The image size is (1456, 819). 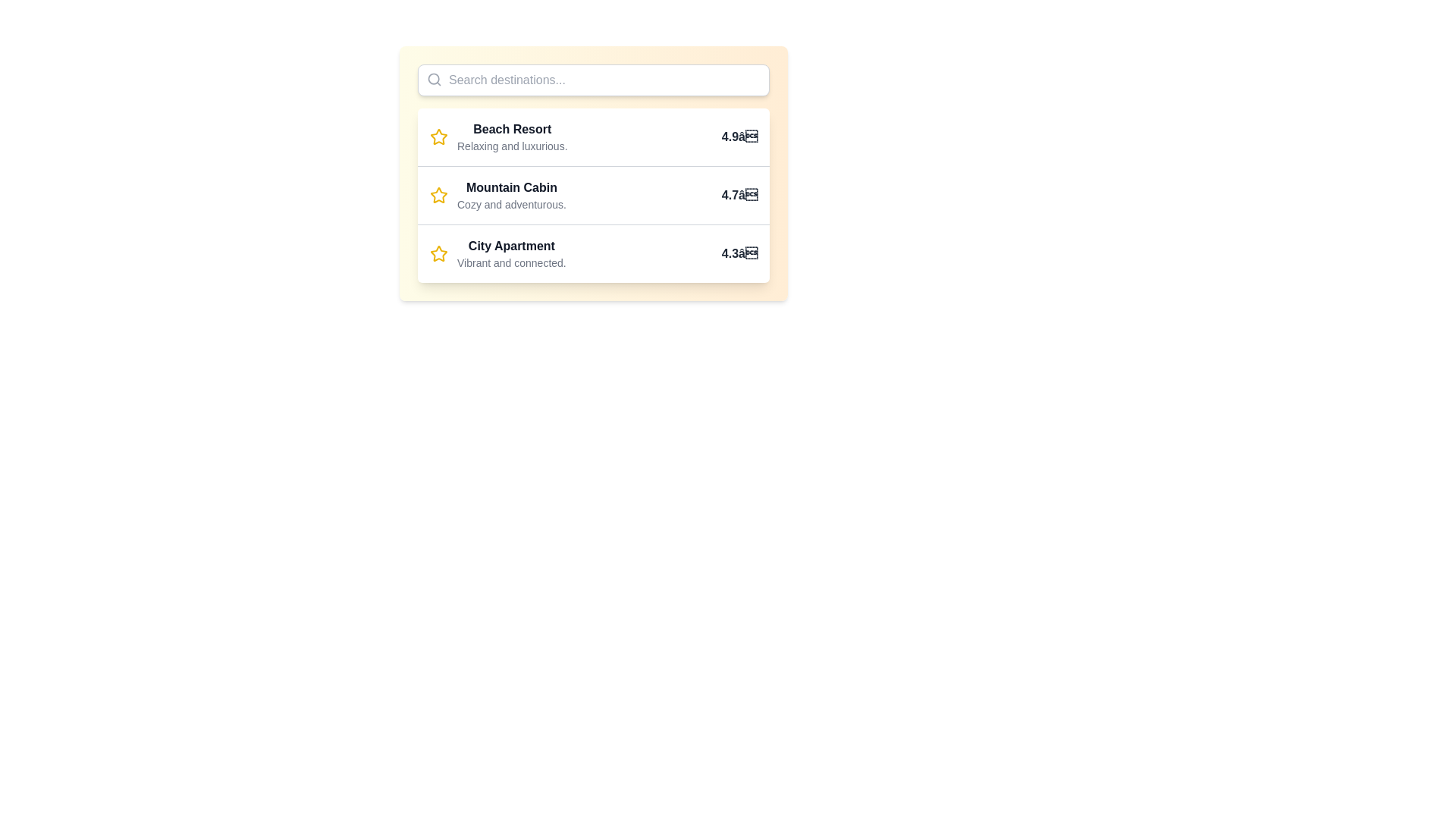 What do you see at coordinates (511, 245) in the screenshot?
I see `title text label for the associated location entry, which is positioned at the bottom of a vertical list, directly above the description 'Vibrant and connected.'` at bounding box center [511, 245].